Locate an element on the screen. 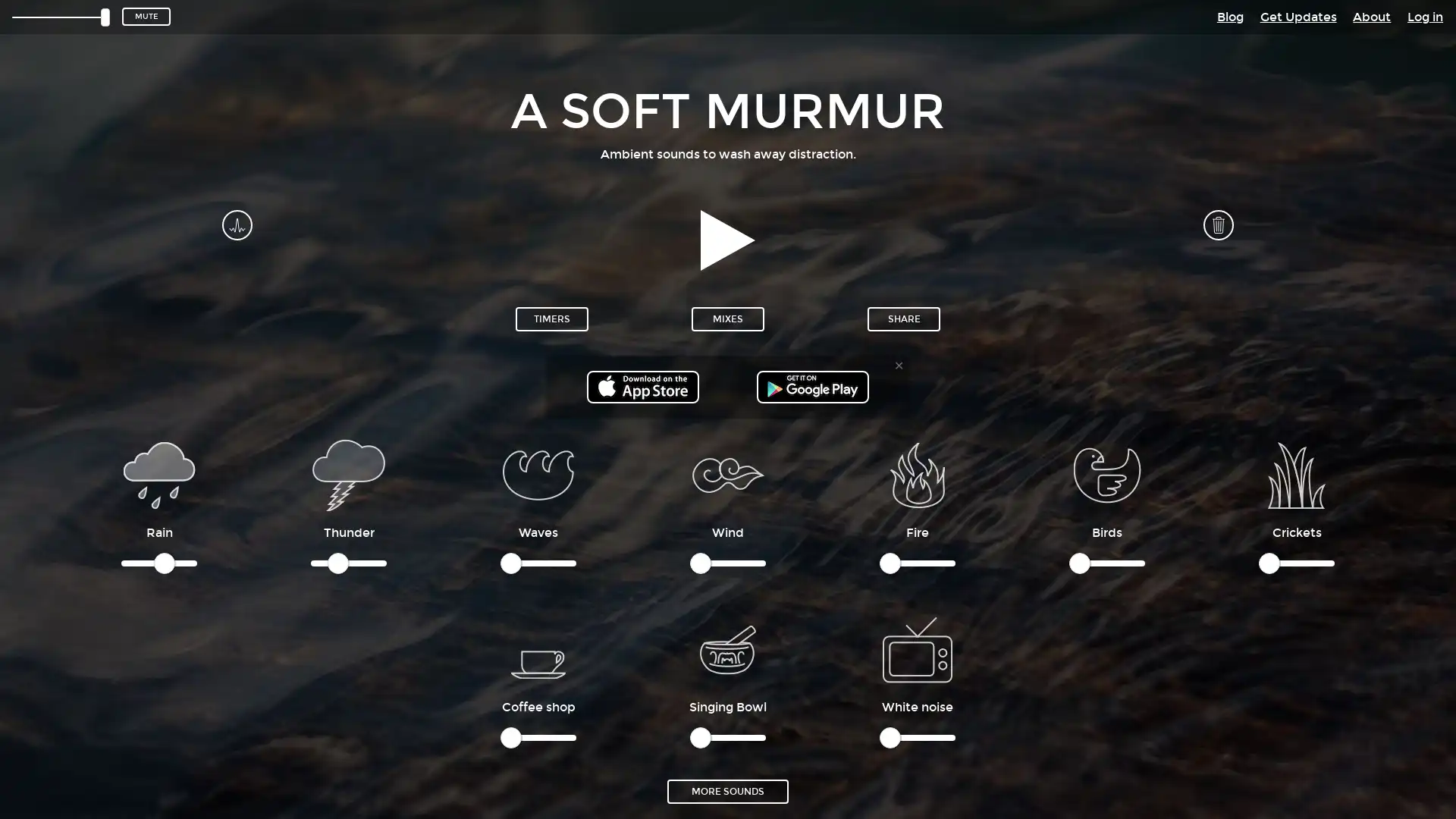  Get Updates is located at coordinates (1297, 16).